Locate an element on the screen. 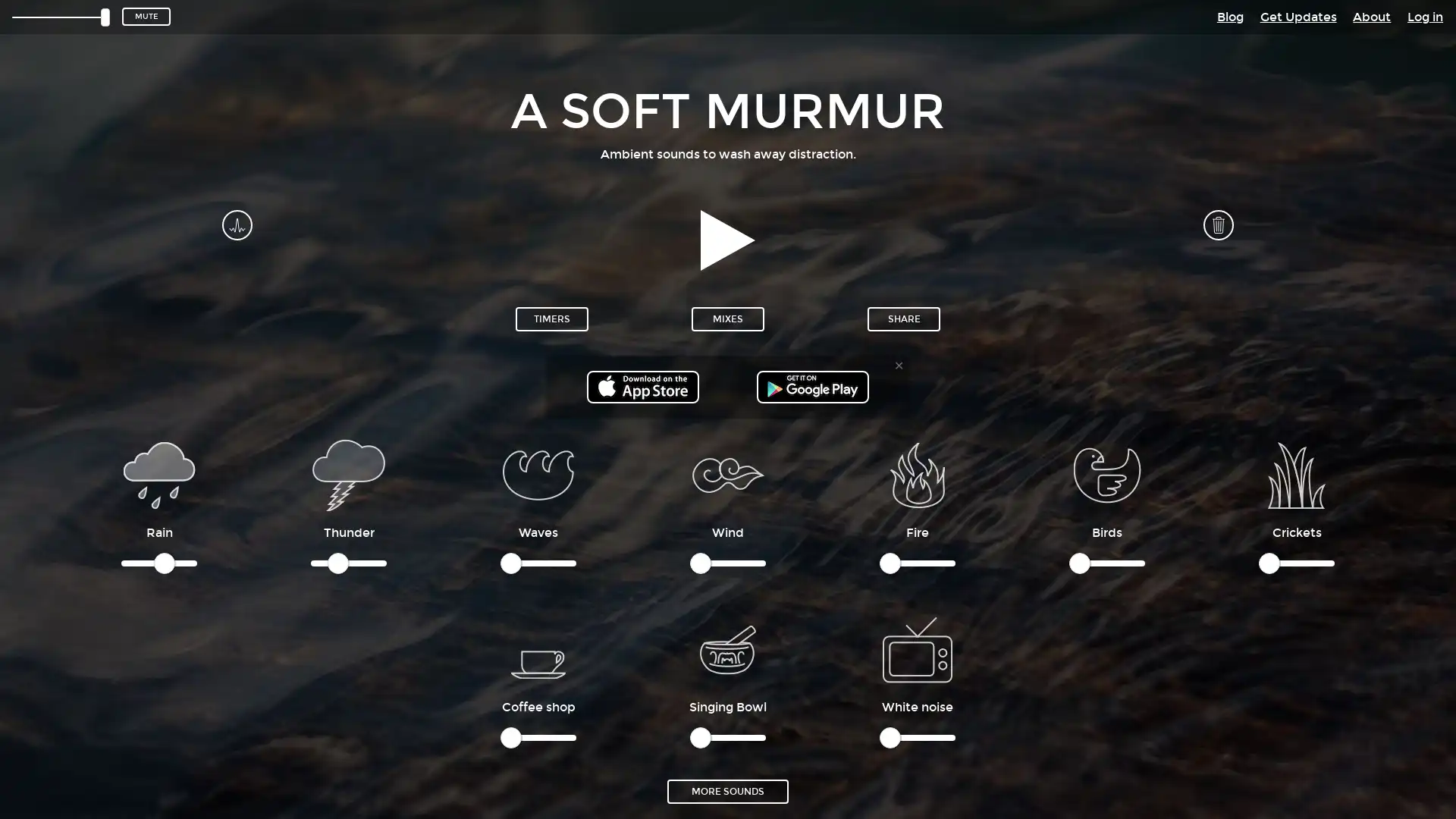  Get Updates is located at coordinates (1297, 16).